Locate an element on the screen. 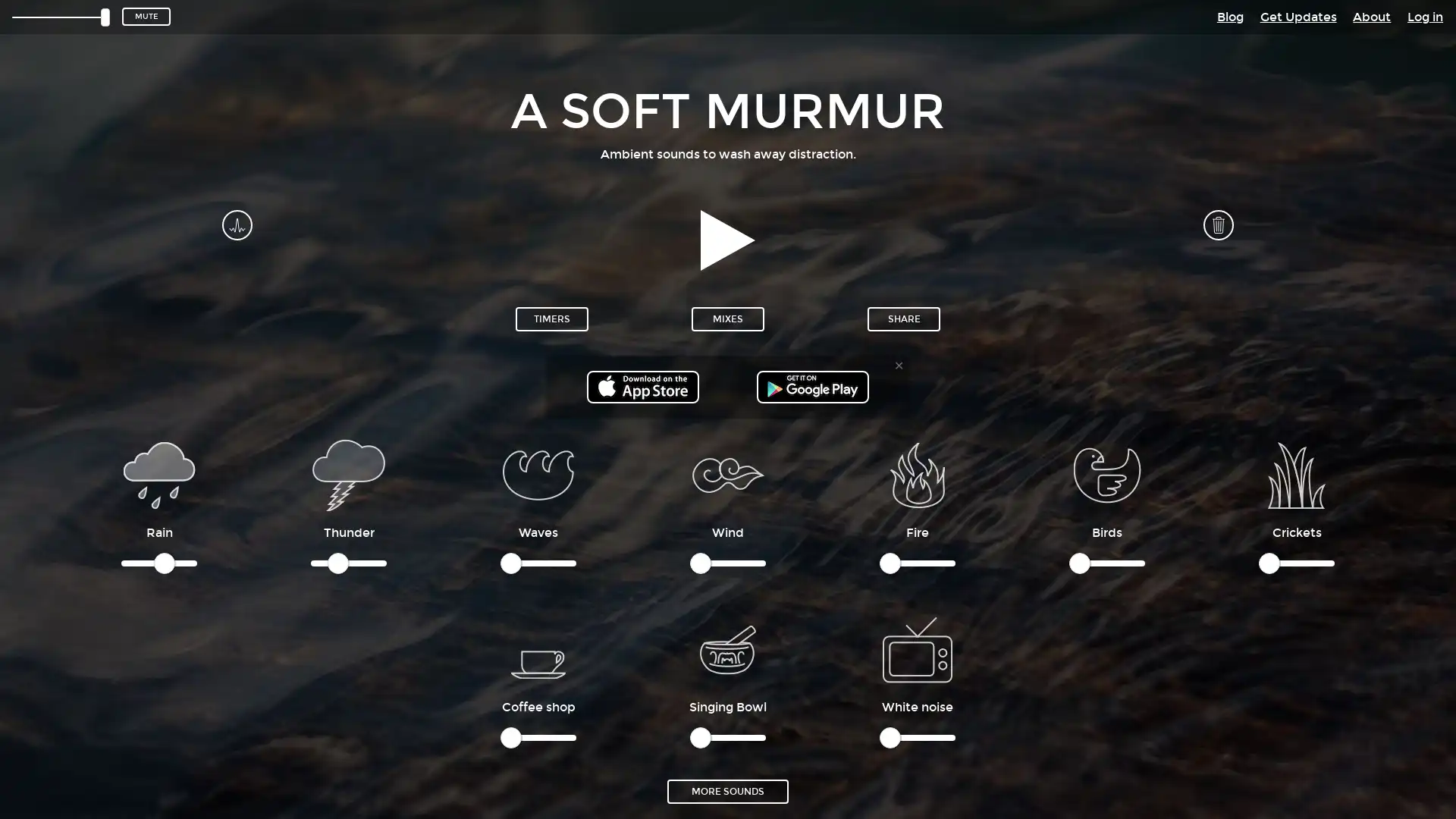  Get Updates is located at coordinates (1297, 16).